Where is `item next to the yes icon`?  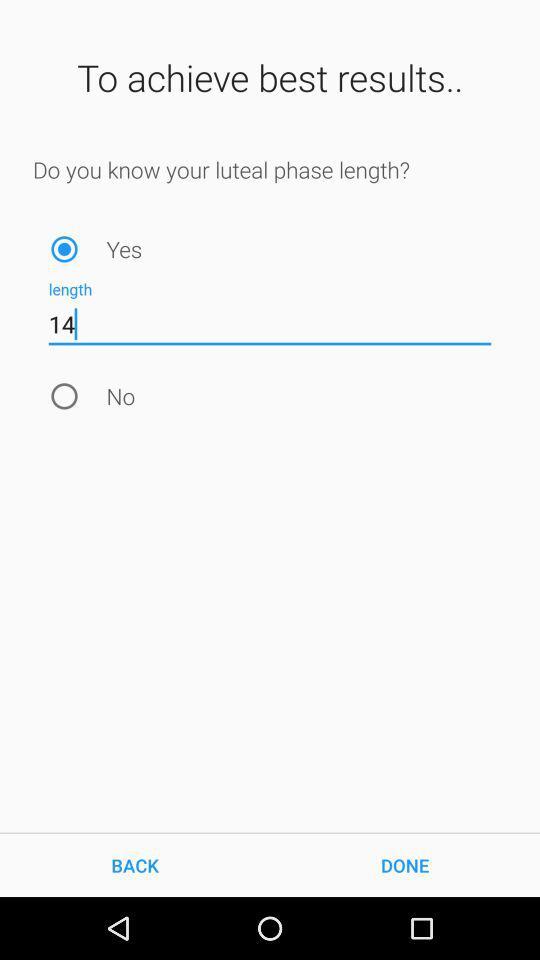 item next to the yes icon is located at coordinates (64, 248).